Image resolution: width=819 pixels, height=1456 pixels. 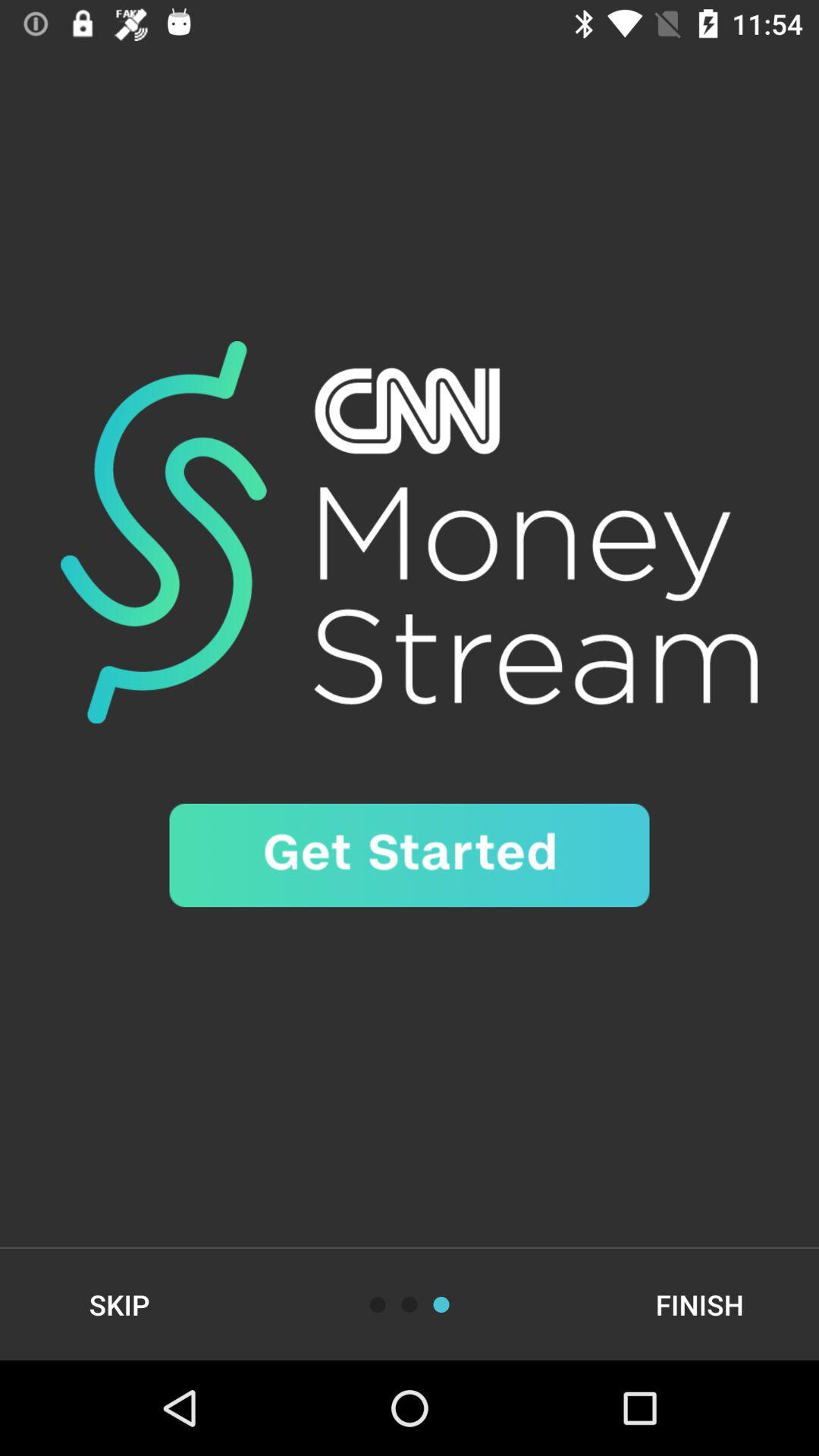 I want to click on the finish at the bottom right corner, so click(x=699, y=1304).